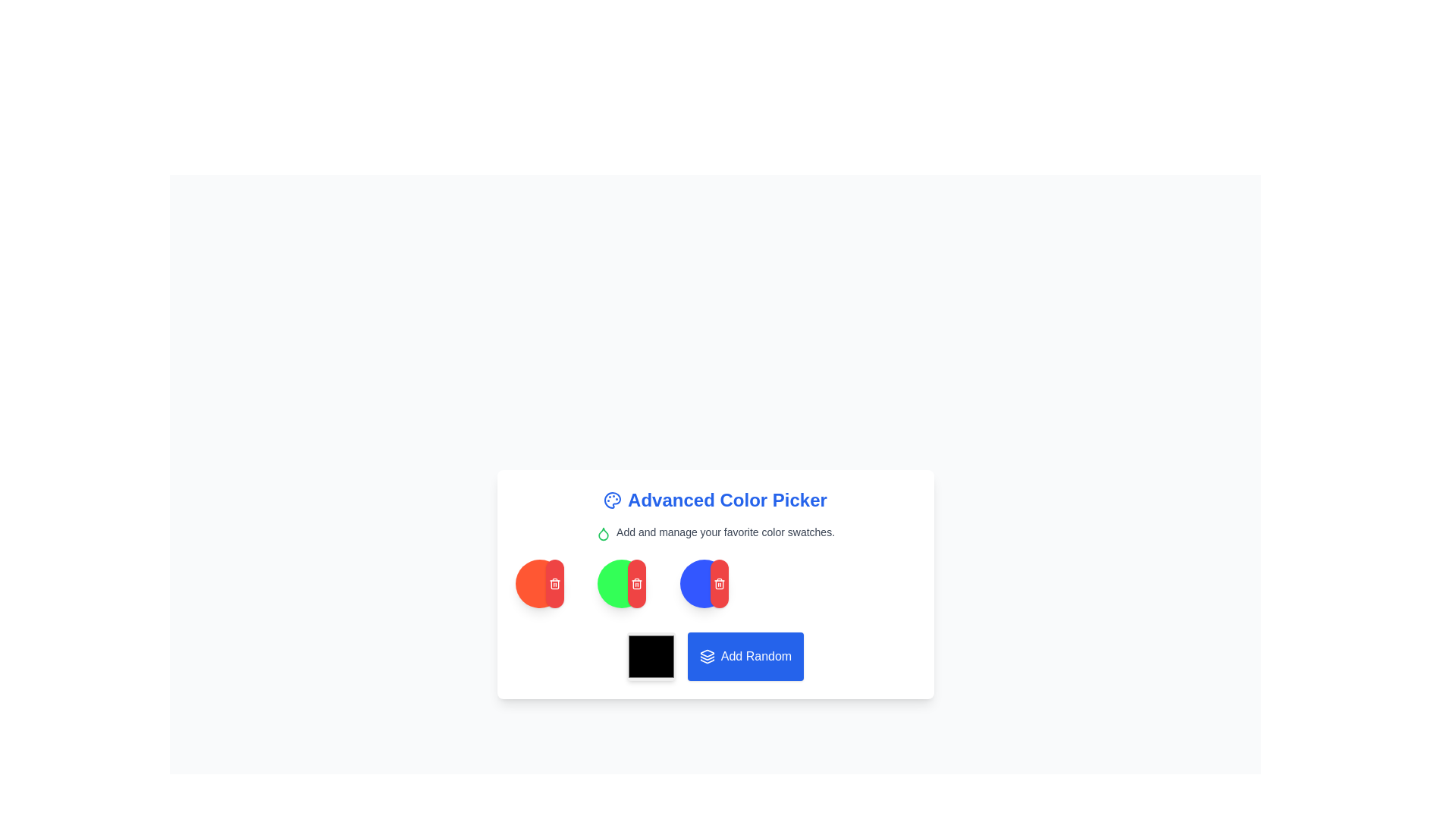 Image resolution: width=1456 pixels, height=819 pixels. Describe the element at coordinates (714, 582) in the screenshot. I see `the grid layout containing selectable color swatches` at that location.